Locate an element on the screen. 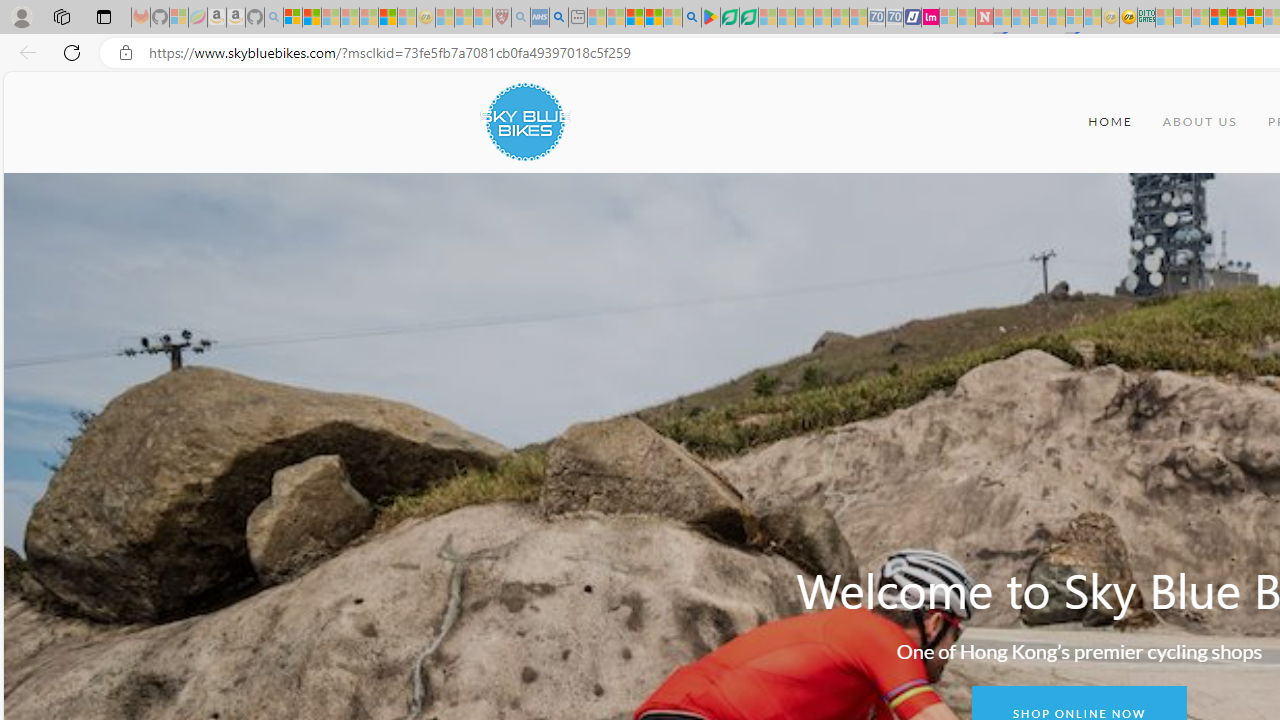 Image resolution: width=1280 pixels, height=720 pixels. 'HOME' is located at coordinates (1109, 122).